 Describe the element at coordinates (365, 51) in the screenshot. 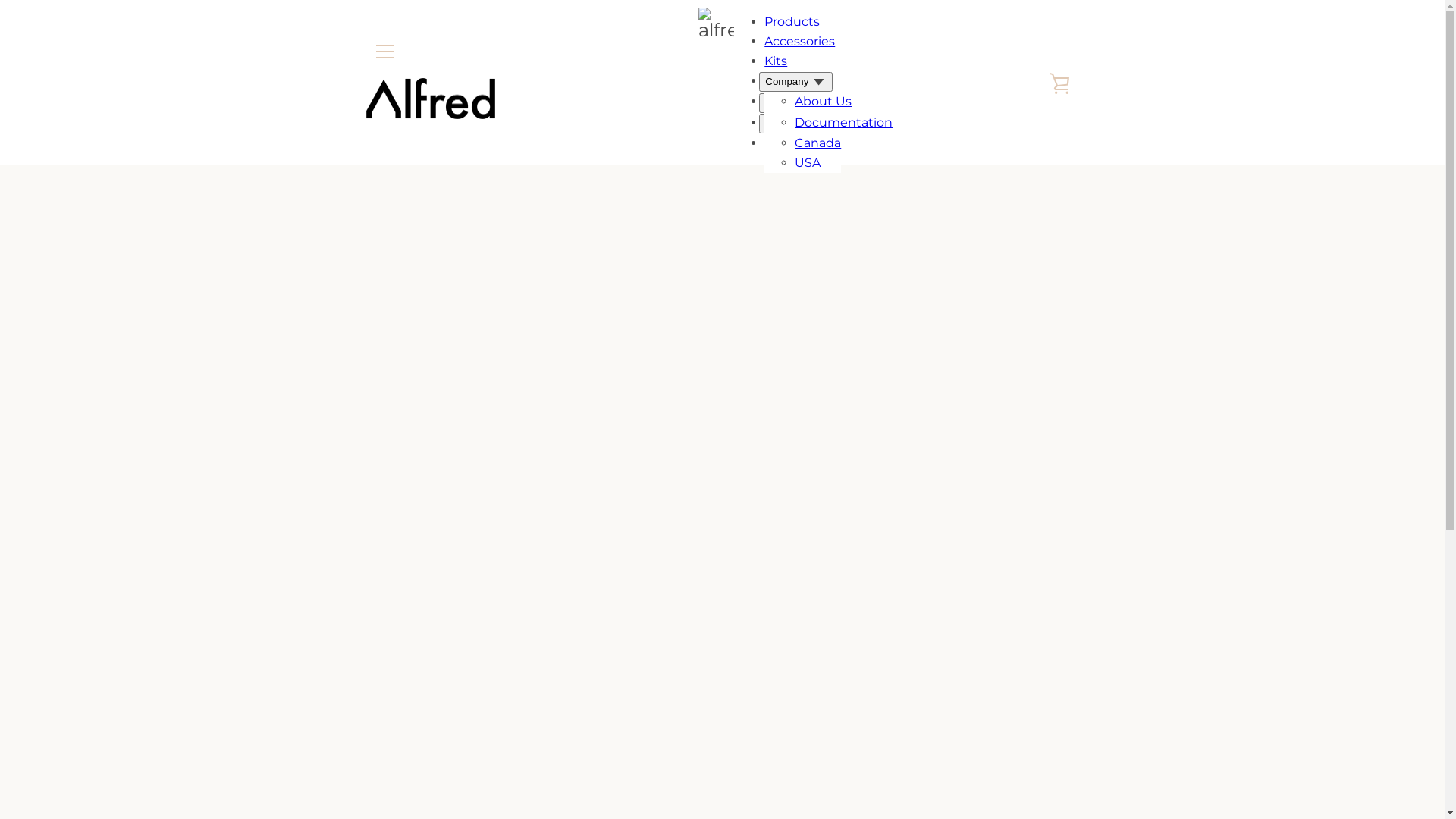

I see `'EXPAND NAVIGATION'` at that location.